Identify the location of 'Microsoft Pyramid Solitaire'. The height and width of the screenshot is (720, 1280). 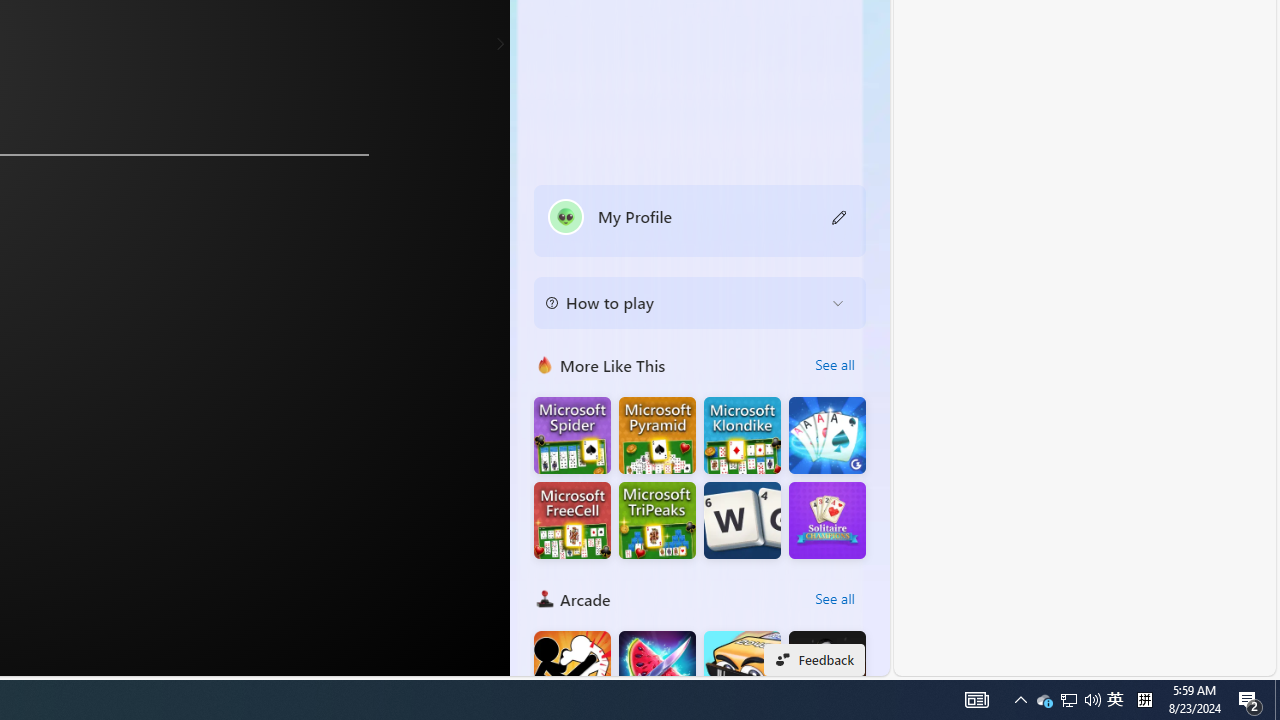
(657, 434).